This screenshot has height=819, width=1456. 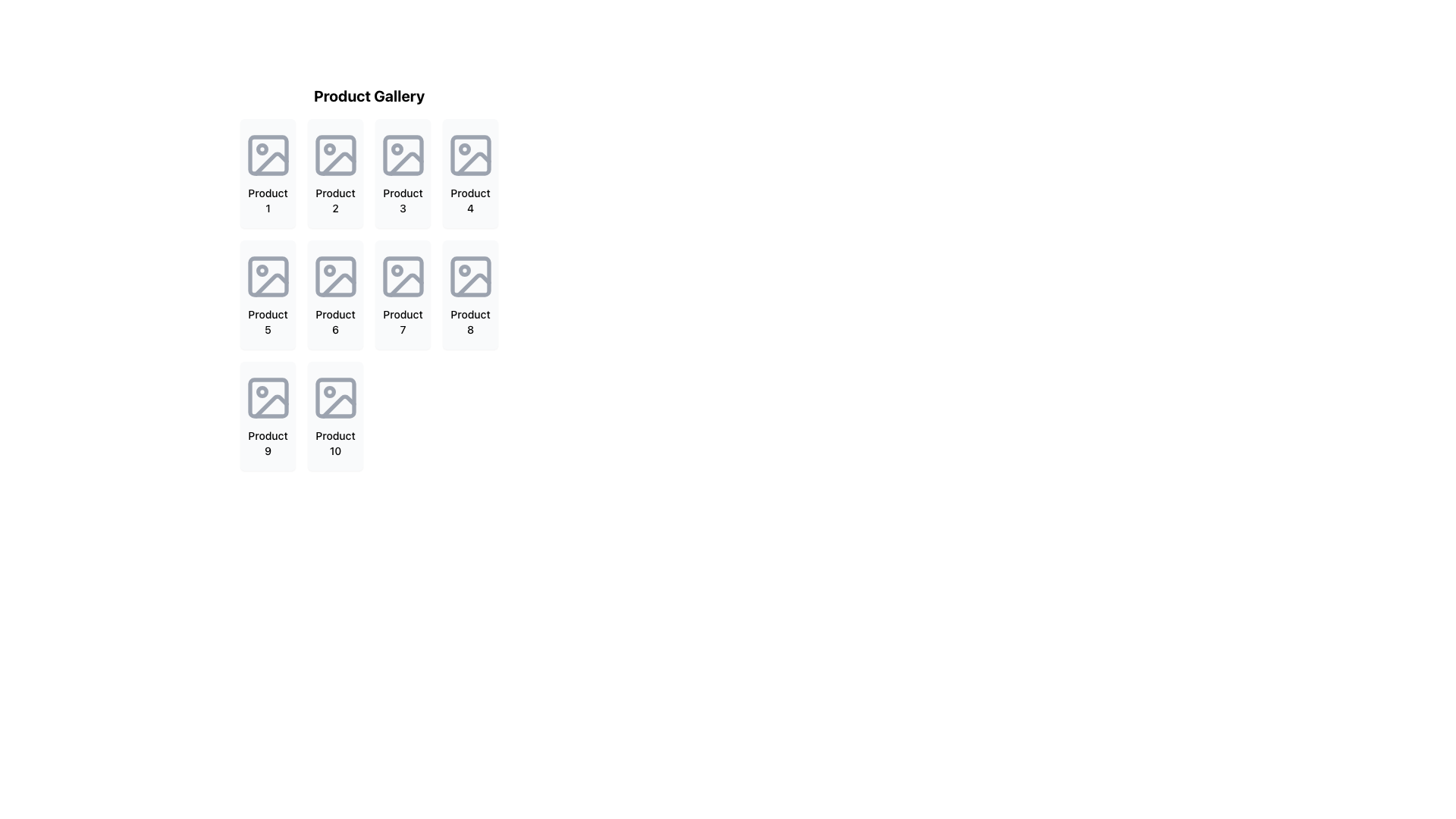 What do you see at coordinates (403, 321) in the screenshot?
I see `the text label displaying 'Product 7' in the second column, third row of the grid` at bounding box center [403, 321].